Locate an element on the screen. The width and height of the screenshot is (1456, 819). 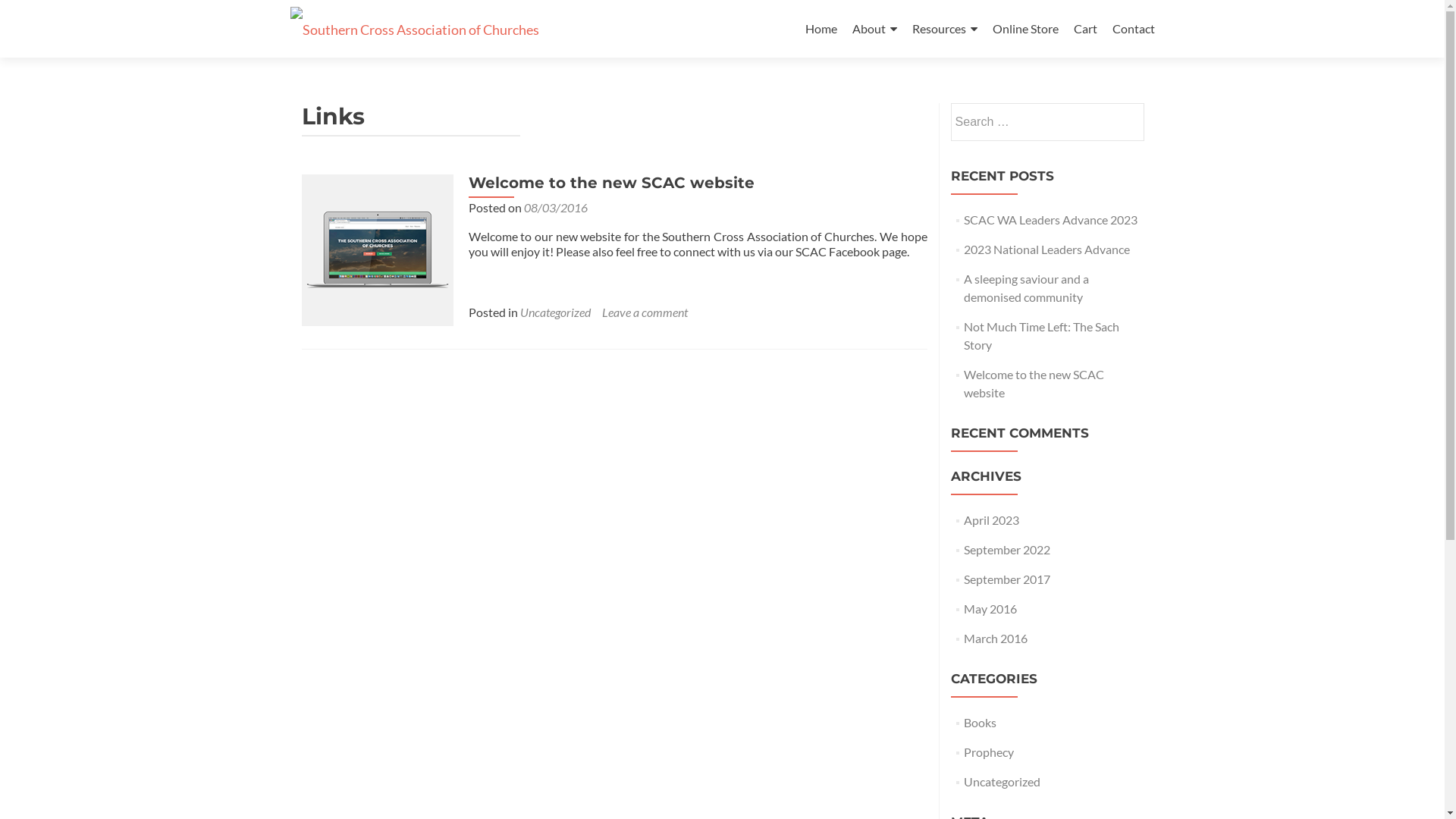
'Cart' is located at coordinates (1084, 28).